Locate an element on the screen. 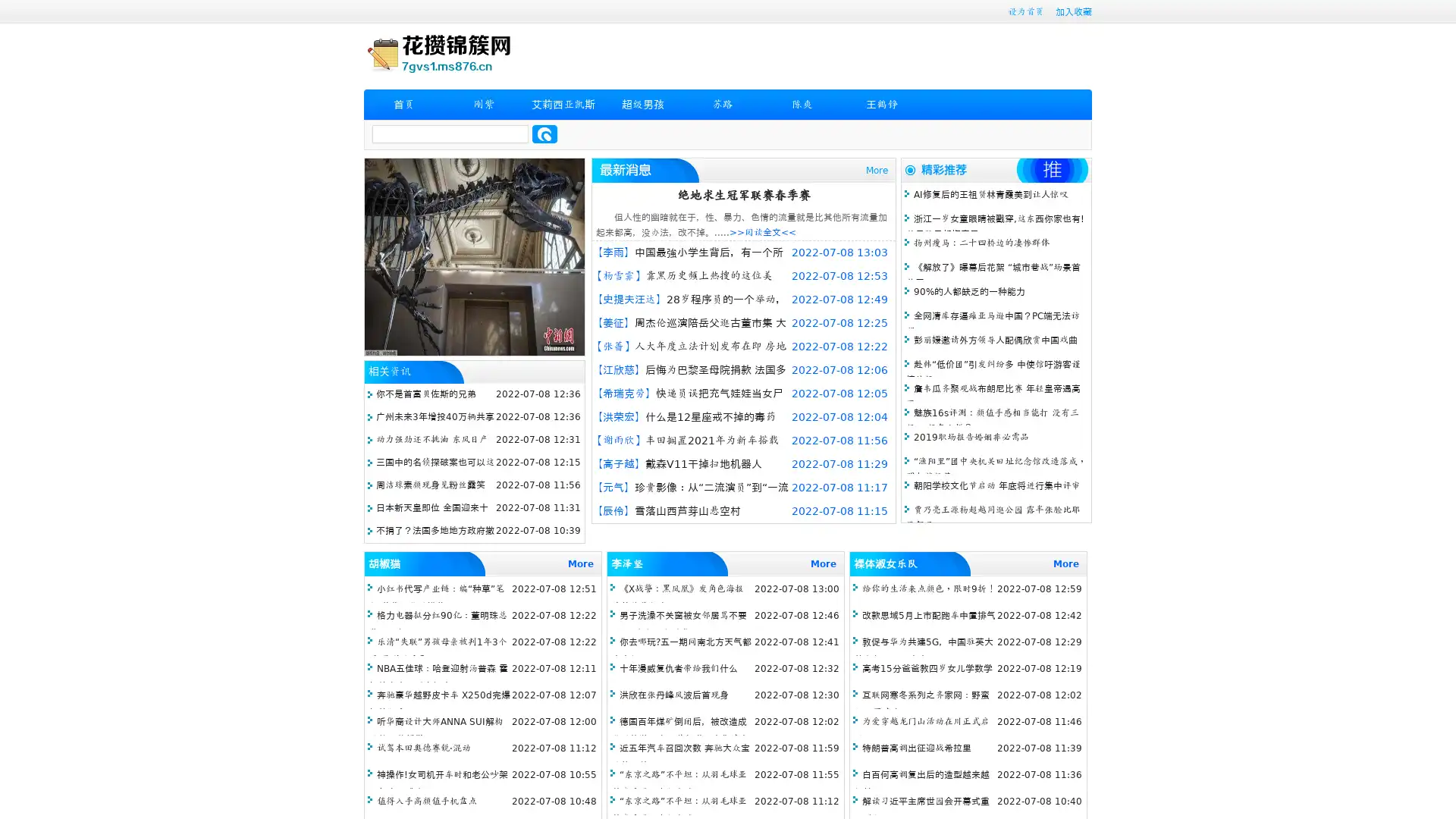 This screenshot has width=1456, height=819. Search is located at coordinates (544, 133).